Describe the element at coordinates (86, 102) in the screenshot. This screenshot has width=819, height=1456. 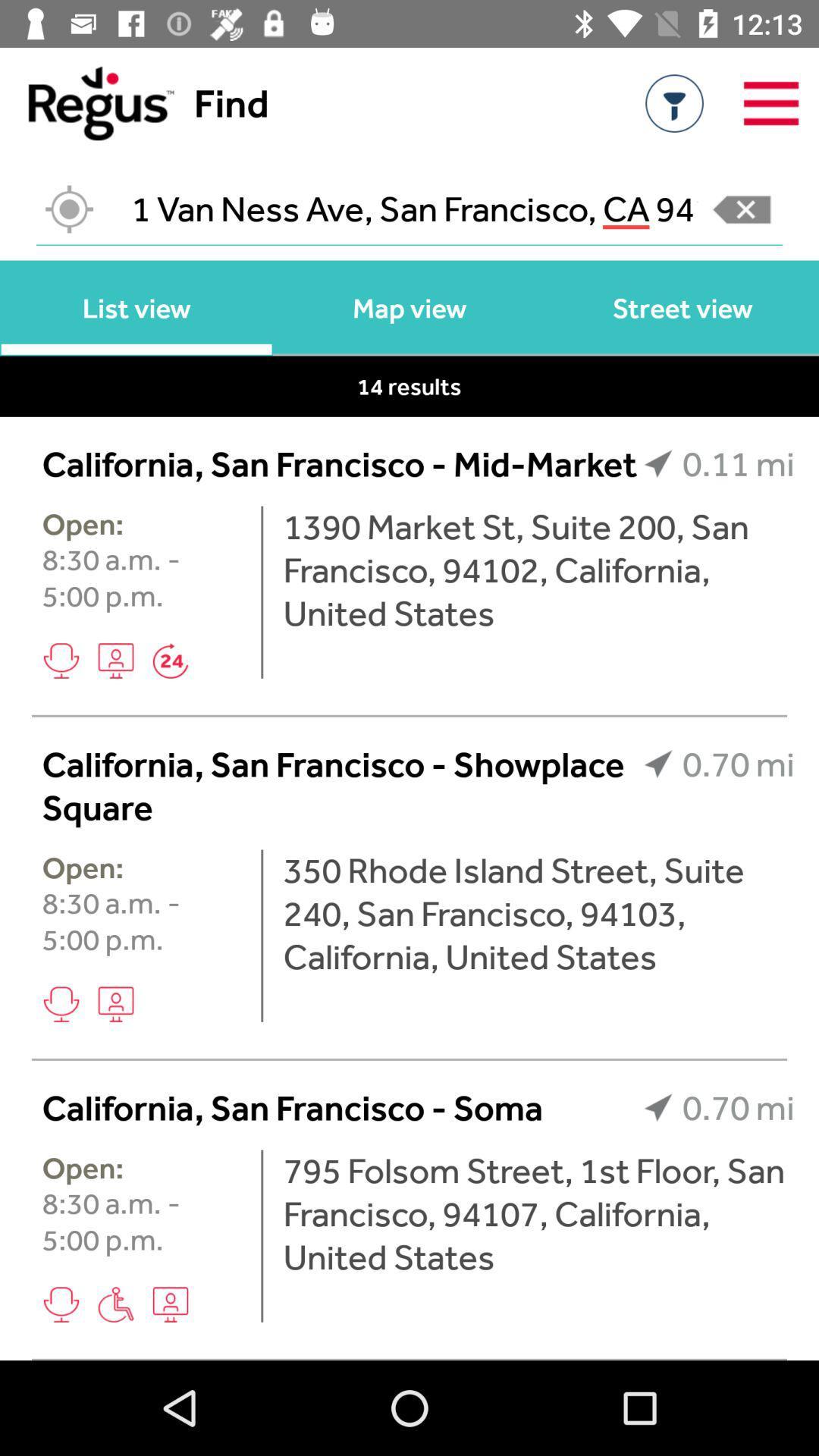
I see `return to home page` at that location.